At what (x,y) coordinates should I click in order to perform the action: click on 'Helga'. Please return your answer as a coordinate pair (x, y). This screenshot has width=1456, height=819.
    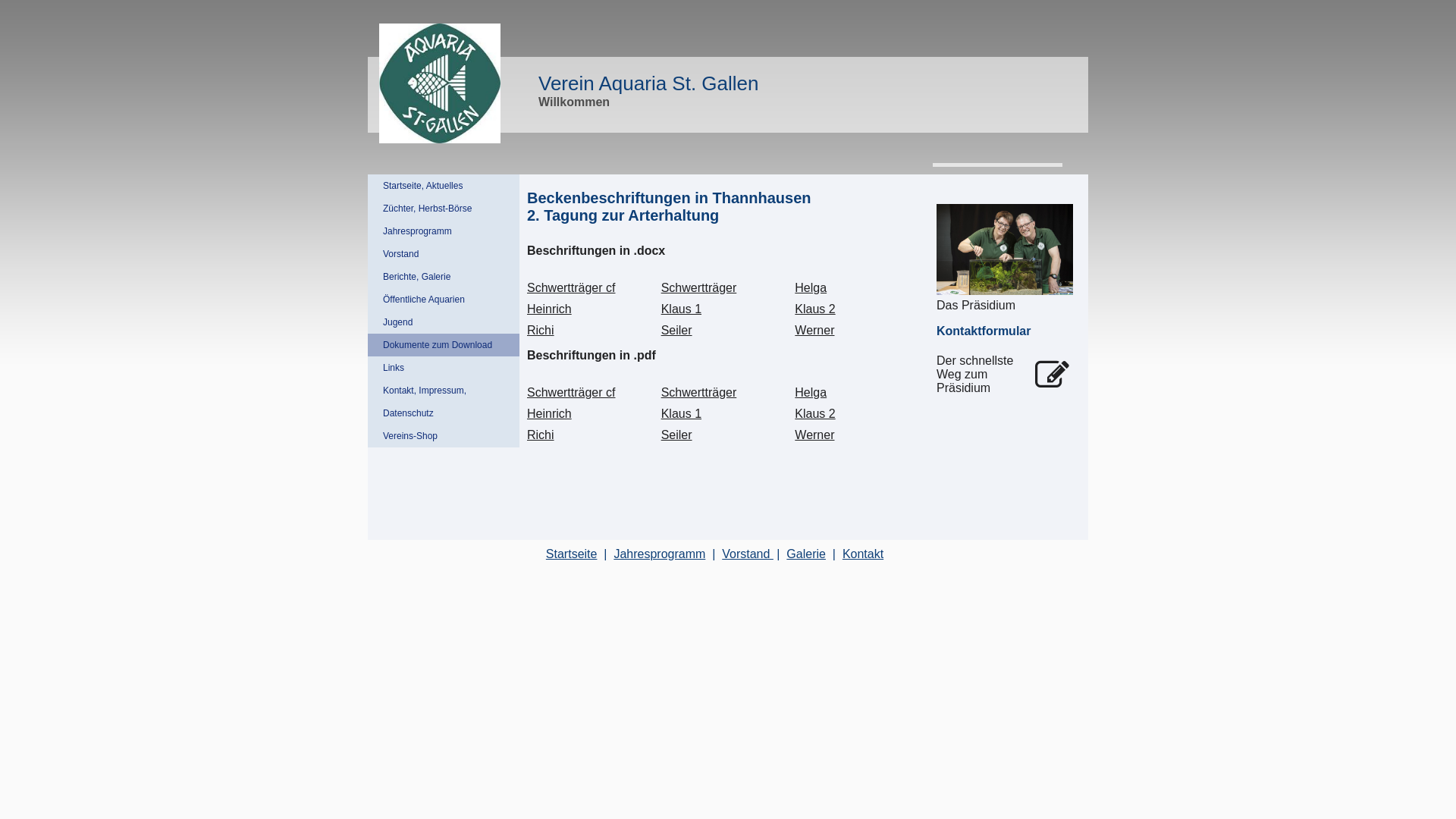
    Looking at the image, I should click on (810, 391).